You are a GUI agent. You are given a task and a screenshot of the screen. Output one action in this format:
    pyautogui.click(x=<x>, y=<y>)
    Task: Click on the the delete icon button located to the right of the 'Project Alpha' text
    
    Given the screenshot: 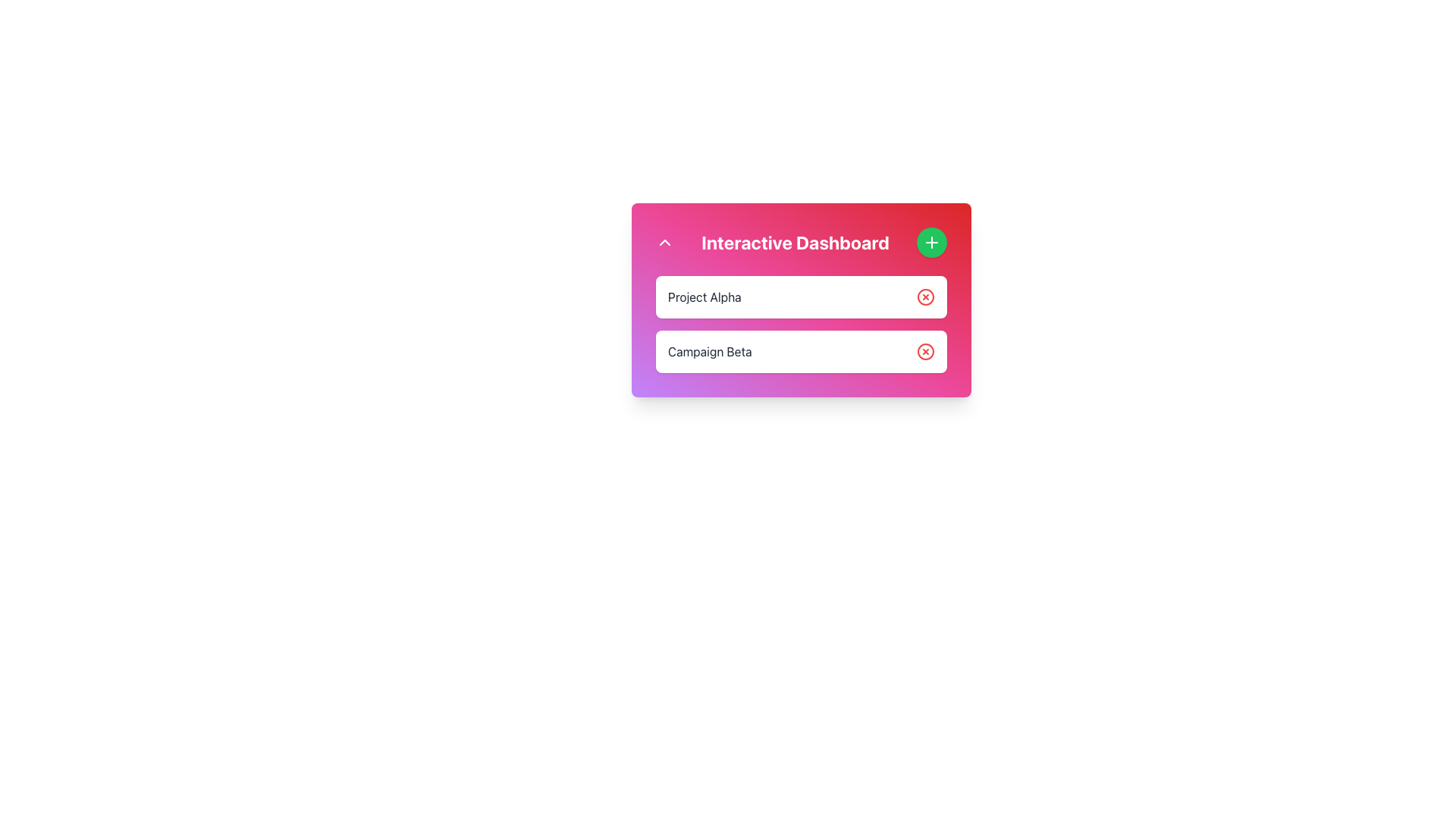 What is the action you would take?
    pyautogui.click(x=924, y=297)
    